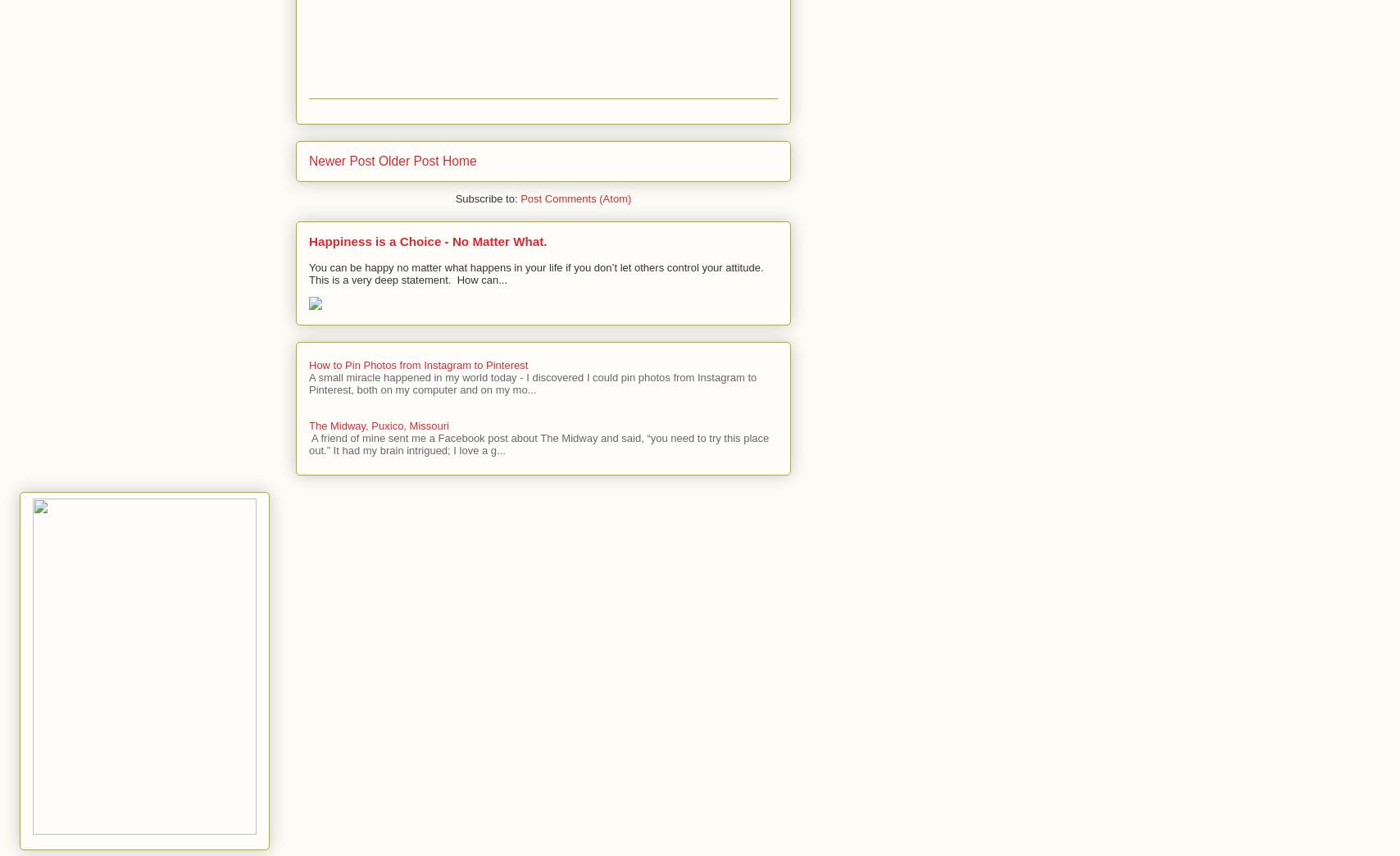 This screenshot has height=856, width=1400. I want to click on 'You can be happy no matter what happens in your life if you don’t let others control your attitude.  This is a very deep statement.  How can...', so click(308, 273).